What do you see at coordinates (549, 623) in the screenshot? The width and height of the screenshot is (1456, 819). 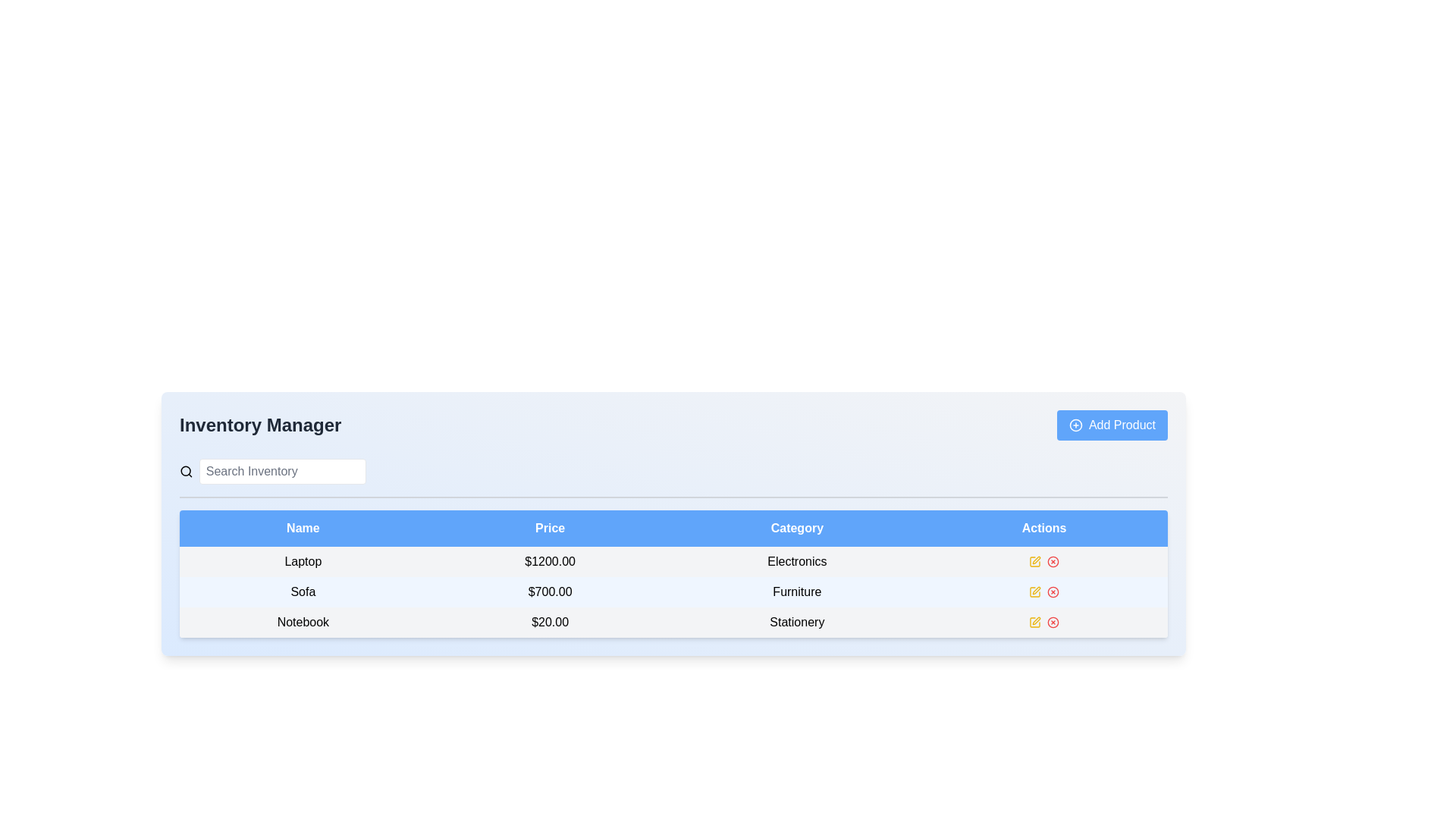 I see `the price label displaying '$20.00', which is formatted in black text on a light gray background, located in the 'Price' column of the product details table for 'Notebook'` at bounding box center [549, 623].